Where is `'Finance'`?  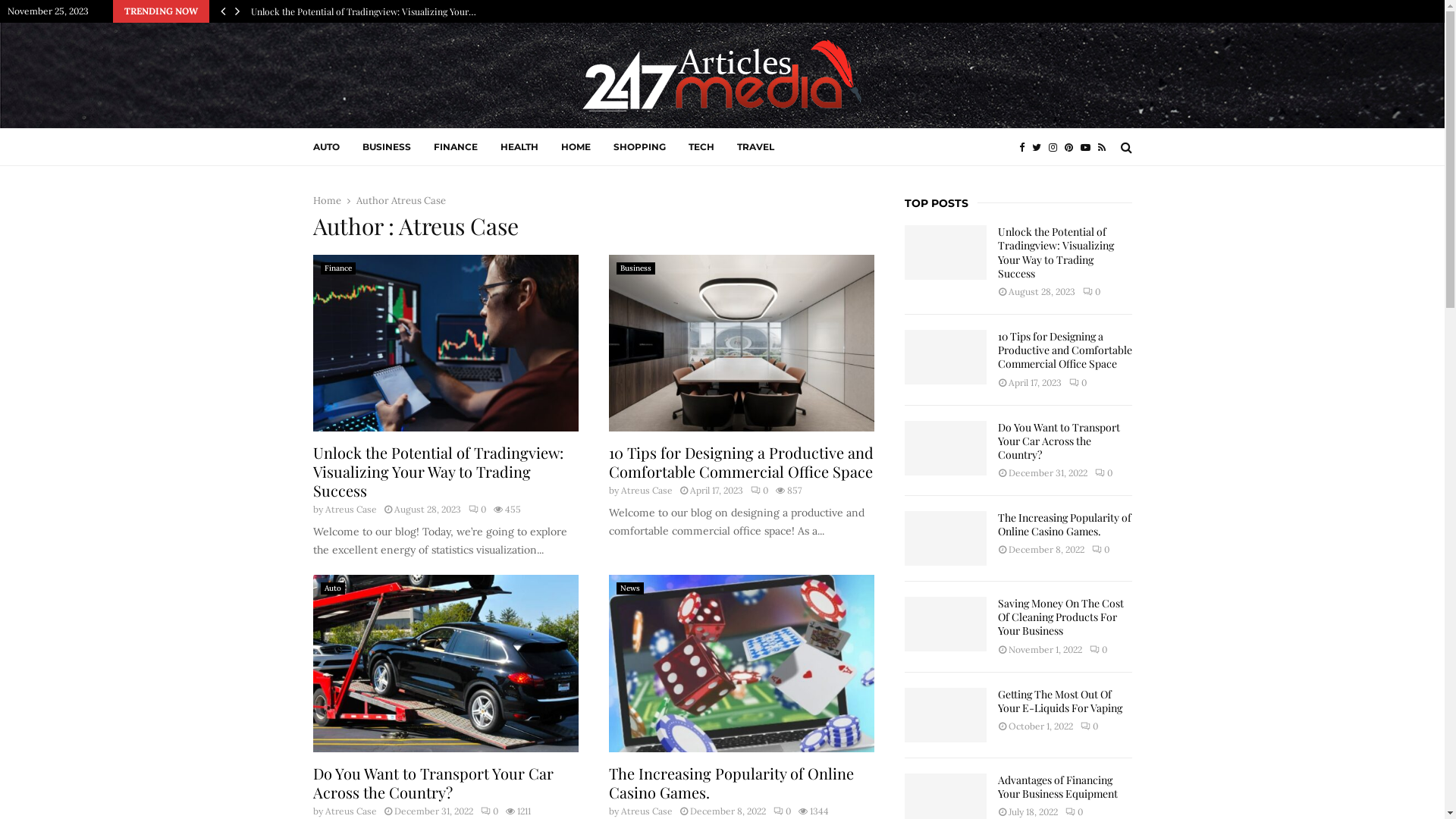
'Finance' is located at coordinates (337, 268).